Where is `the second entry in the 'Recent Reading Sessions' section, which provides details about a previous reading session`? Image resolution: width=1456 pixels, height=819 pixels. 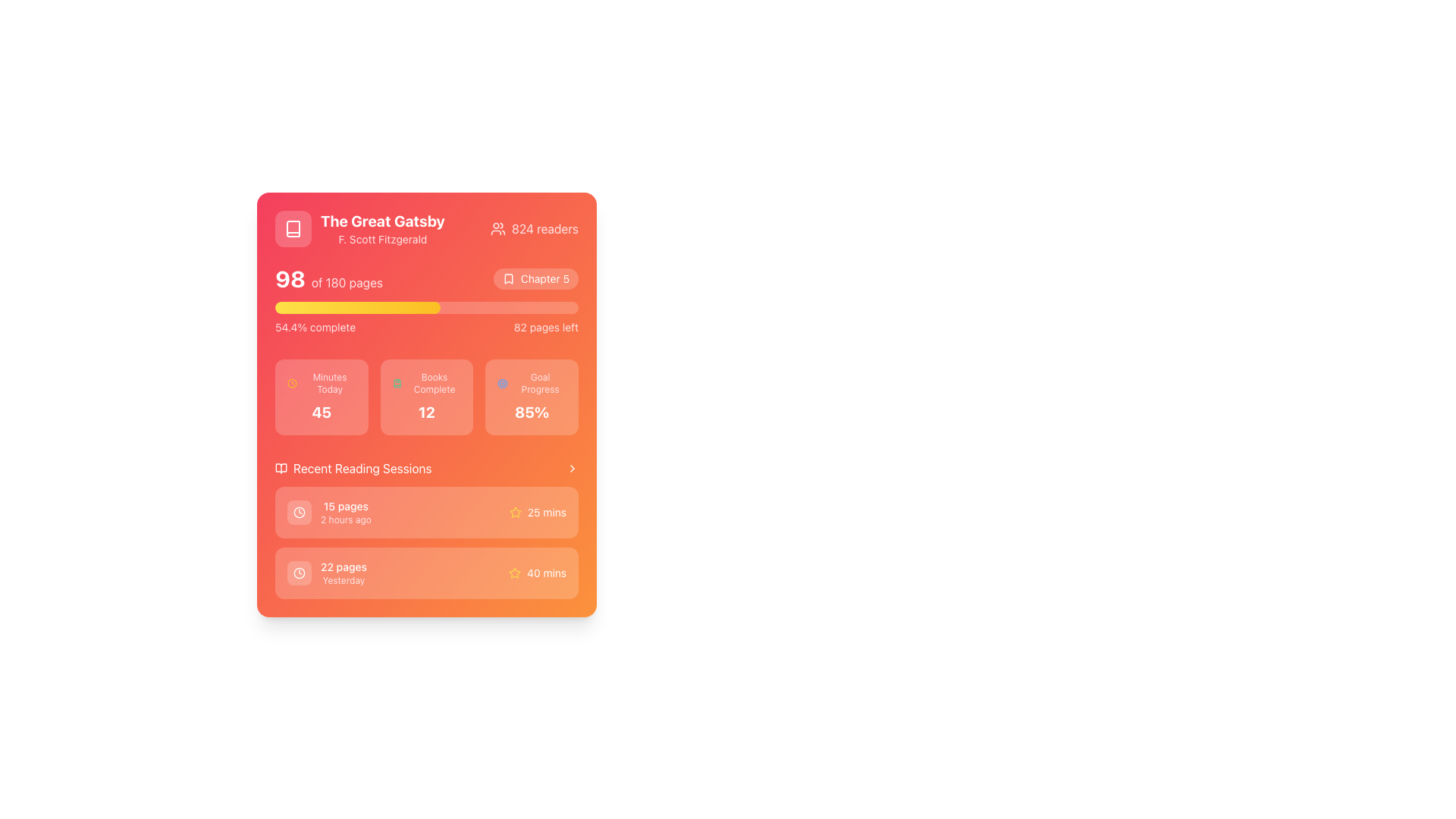
the second entry in the 'Recent Reading Sessions' section, which provides details about a previous reading session is located at coordinates (425, 573).